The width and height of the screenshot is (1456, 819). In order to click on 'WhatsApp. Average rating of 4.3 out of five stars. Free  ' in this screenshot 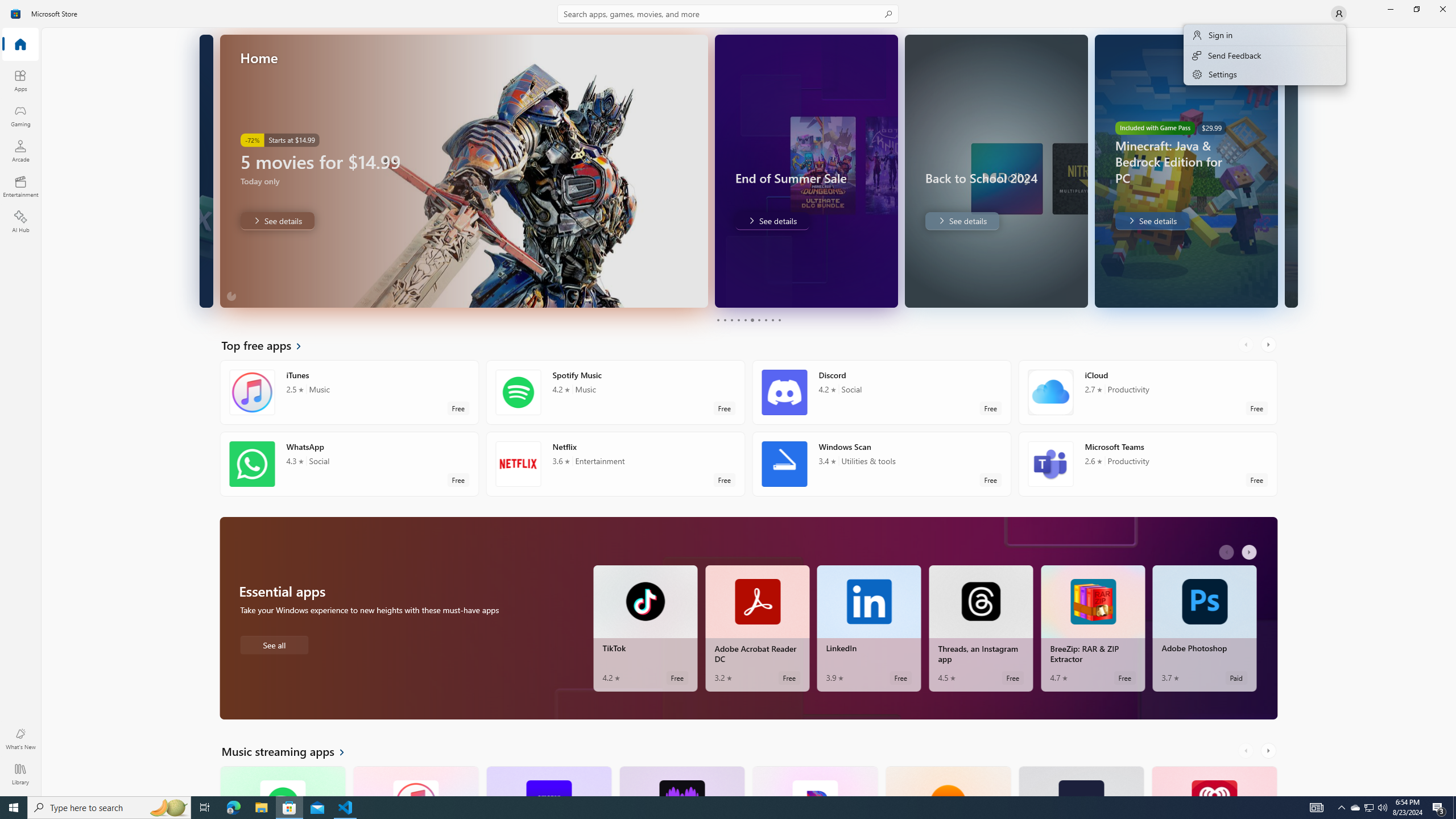, I will do `click(349, 464)`.